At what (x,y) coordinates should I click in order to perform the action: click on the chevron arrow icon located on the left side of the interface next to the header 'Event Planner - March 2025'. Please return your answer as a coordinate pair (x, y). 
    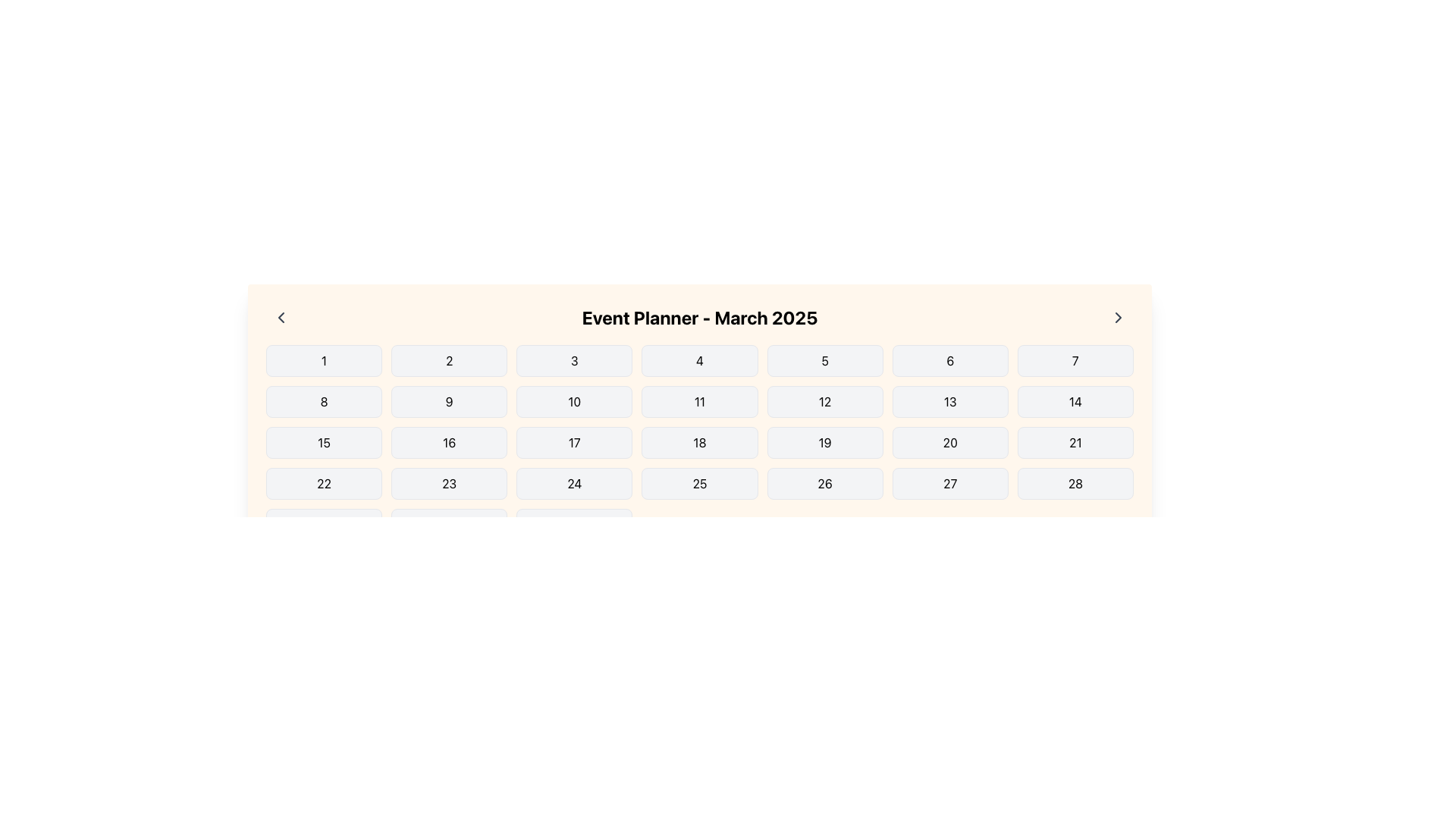
    Looking at the image, I should click on (281, 317).